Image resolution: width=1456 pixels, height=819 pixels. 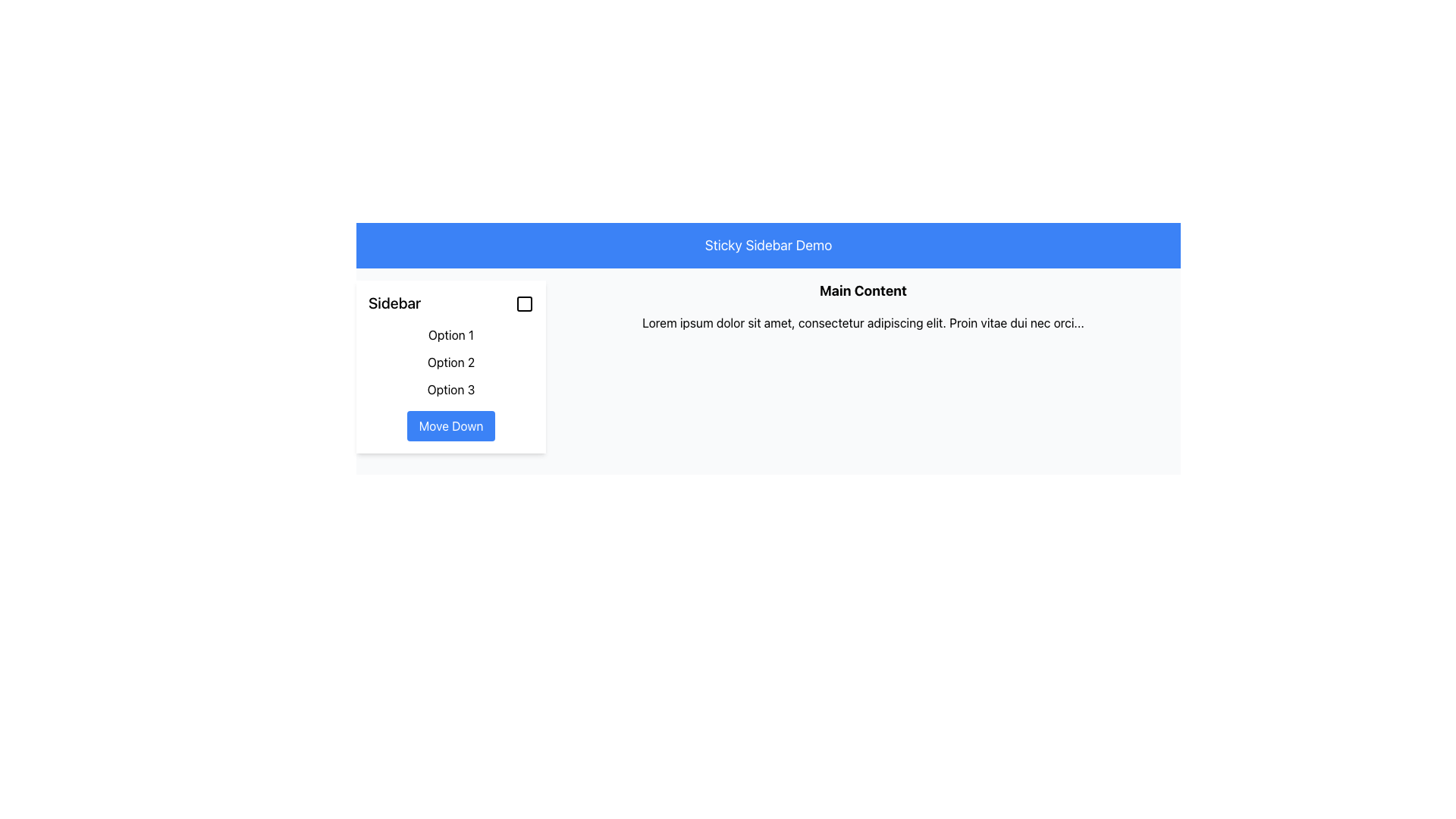 What do you see at coordinates (450, 334) in the screenshot?
I see `the first hyperlink in the vertical list of options located in the sidebar` at bounding box center [450, 334].